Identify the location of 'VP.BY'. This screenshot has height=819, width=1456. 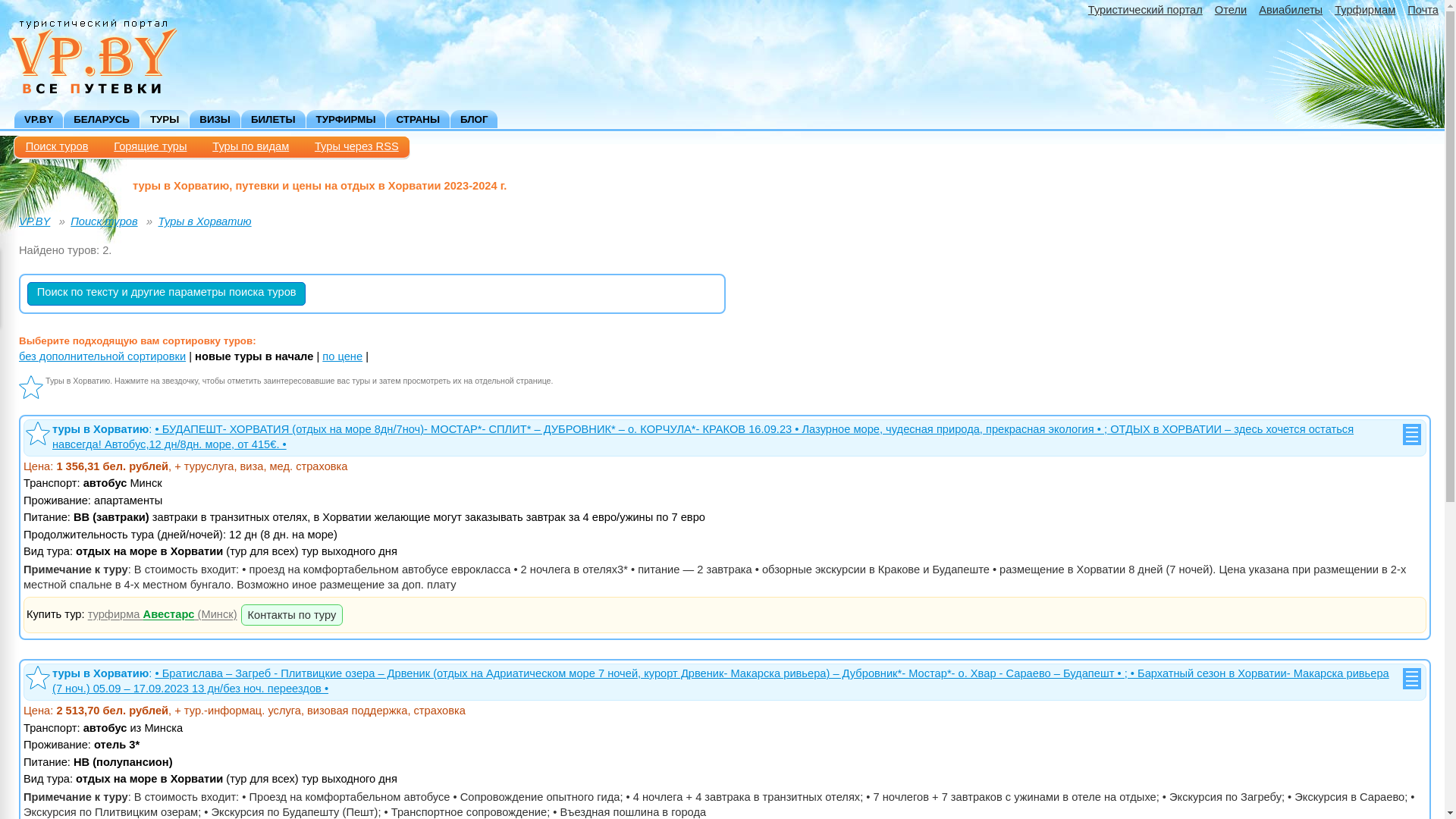
(34, 221).